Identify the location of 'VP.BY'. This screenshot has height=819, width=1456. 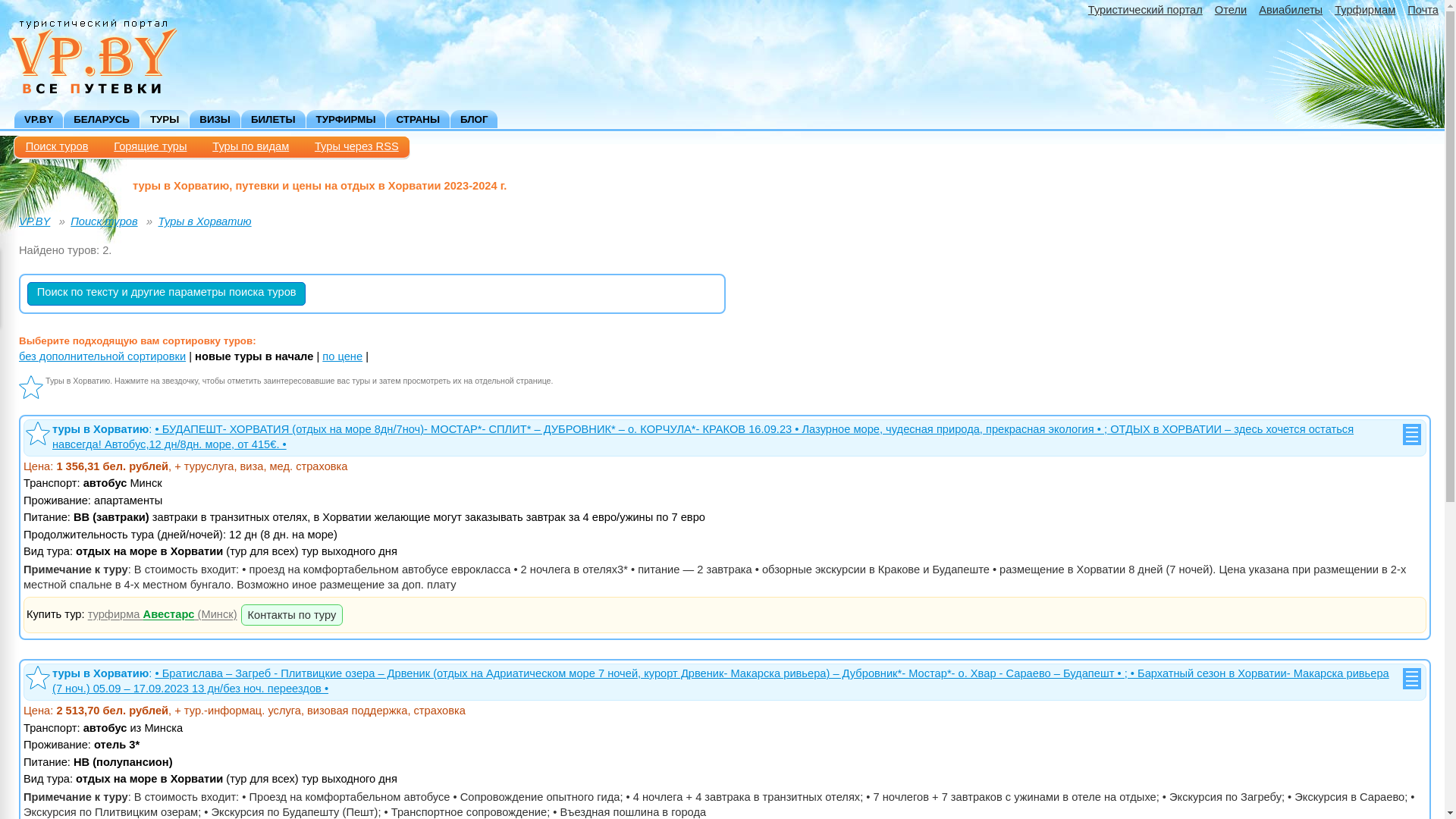
(34, 221).